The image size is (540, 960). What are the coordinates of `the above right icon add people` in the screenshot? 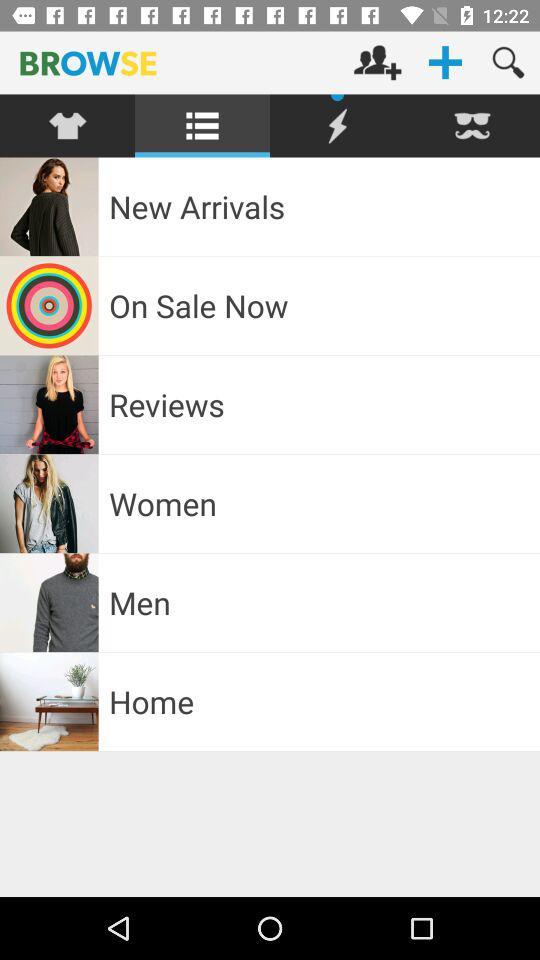 It's located at (377, 62).